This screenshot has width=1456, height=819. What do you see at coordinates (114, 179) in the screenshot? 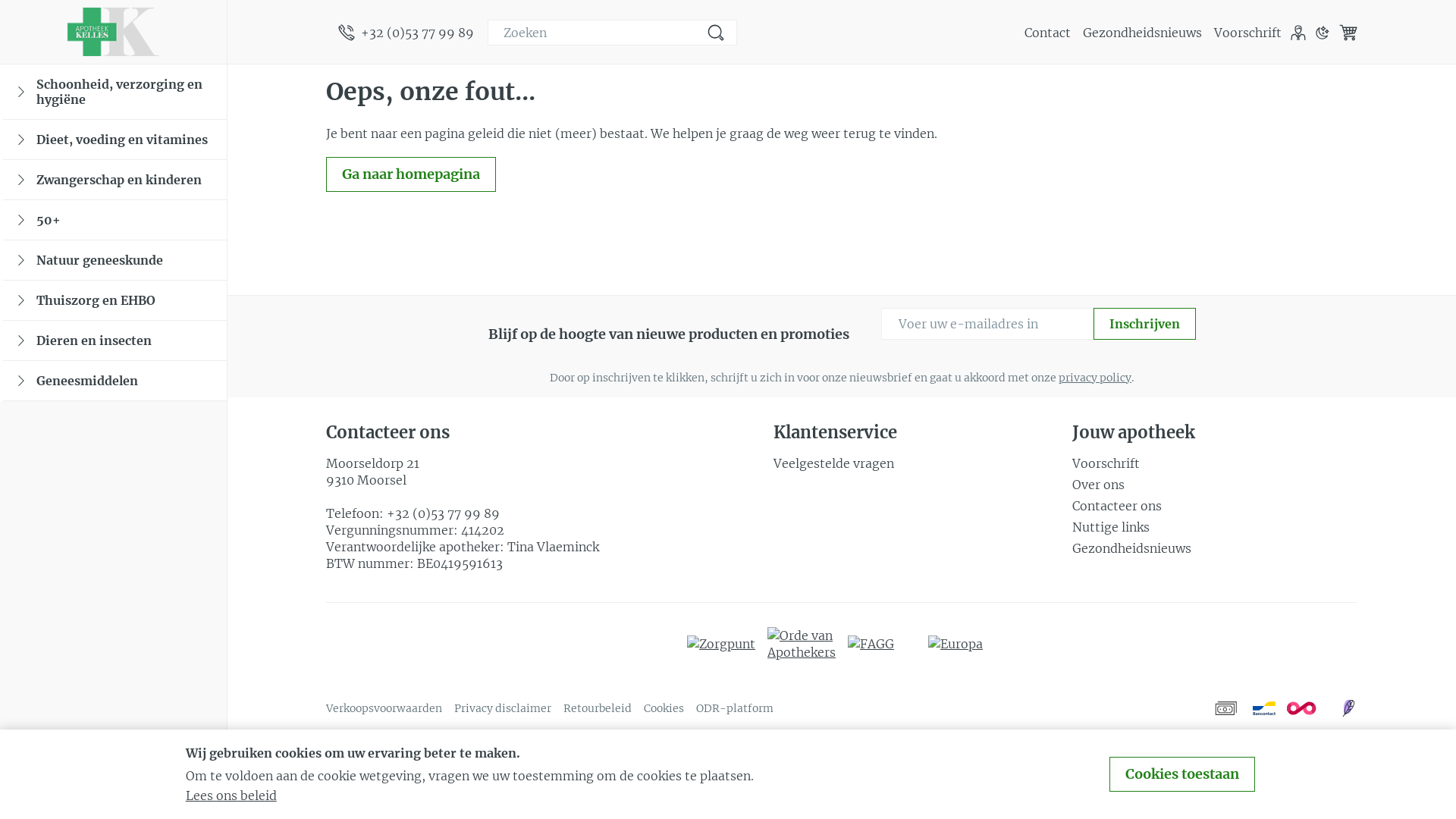
I see `'Zwangerschap en kinderen'` at bounding box center [114, 179].